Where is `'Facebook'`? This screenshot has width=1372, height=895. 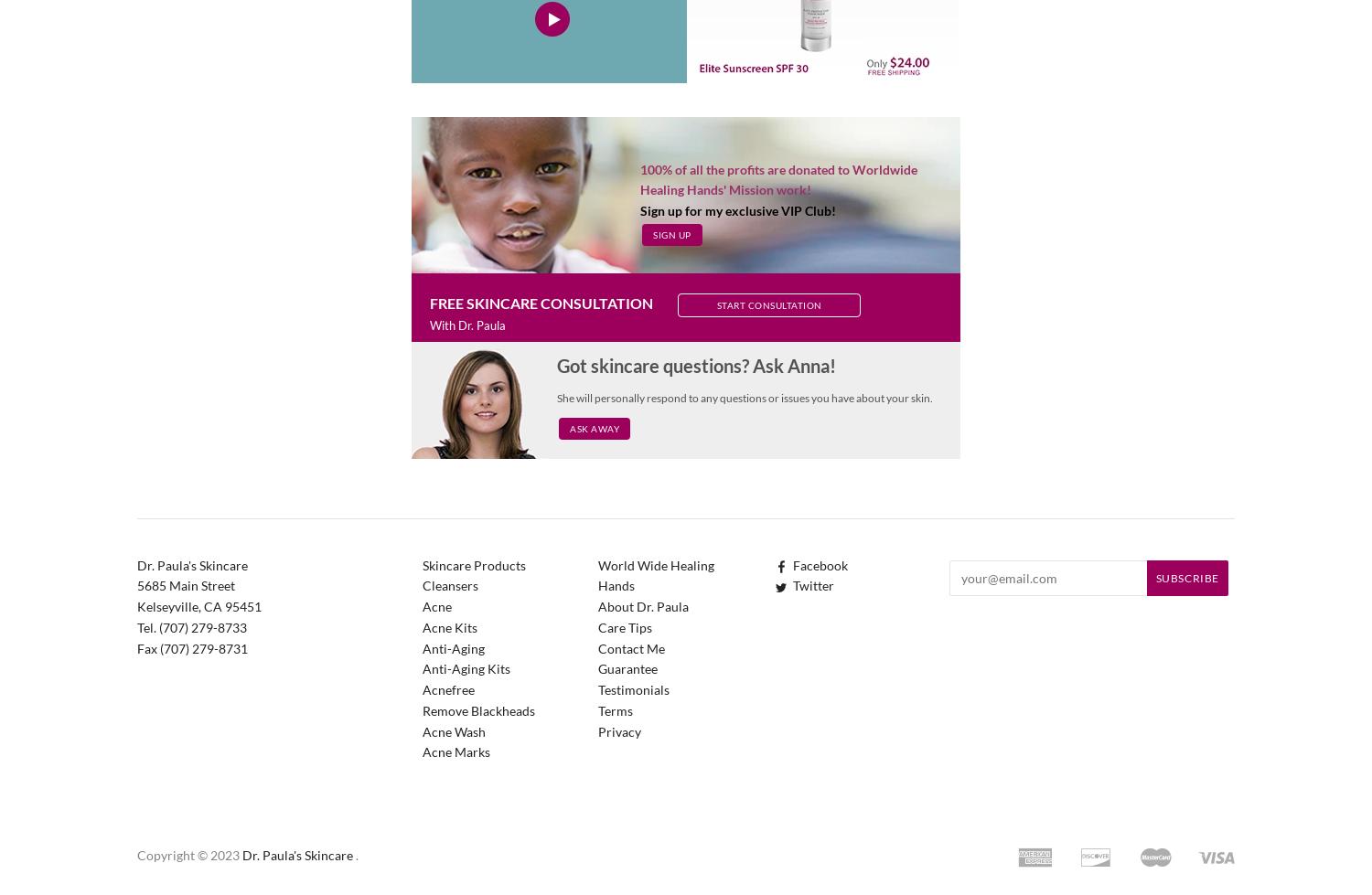
'Facebook' is located at coordinates (820, 563).